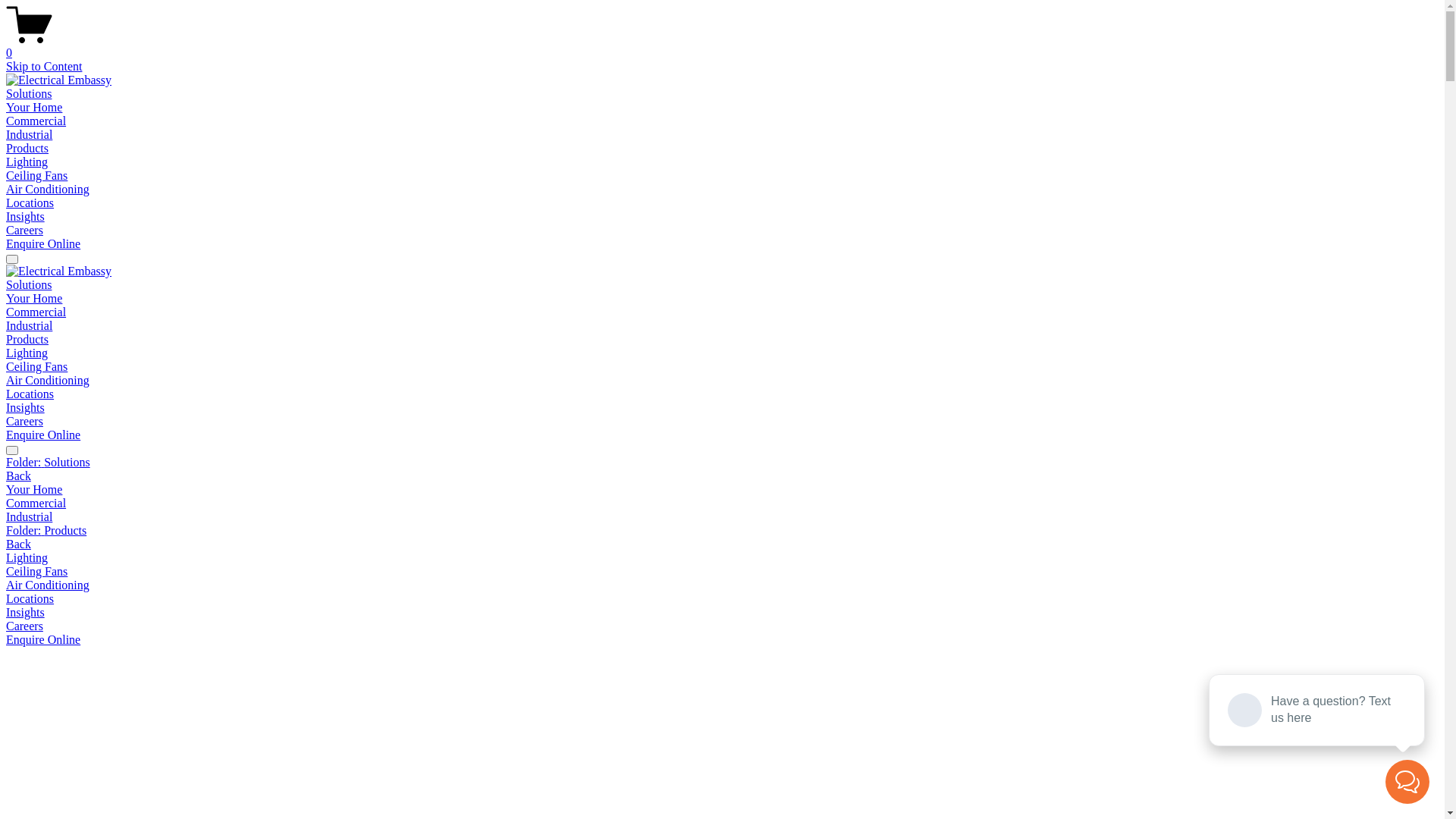 This screenshot has width=1456, height=819. What do you see at coordinates (721, 461) in the screenshot?
I see `'Folder: Solutions'` at bounding box center [721, 461].